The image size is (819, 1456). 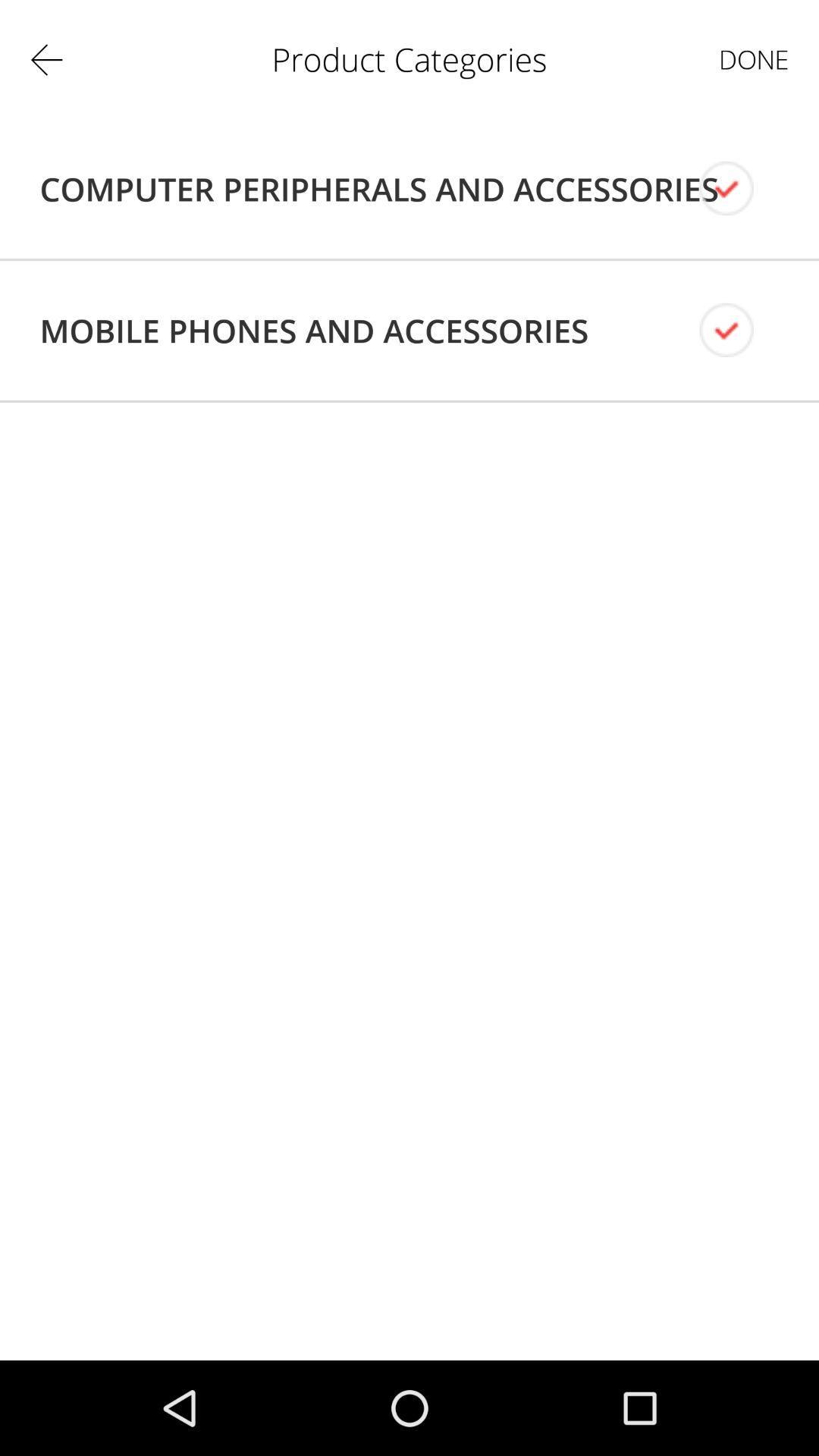 I want to click on app to the left of the done app, so click(x=378, y=188).